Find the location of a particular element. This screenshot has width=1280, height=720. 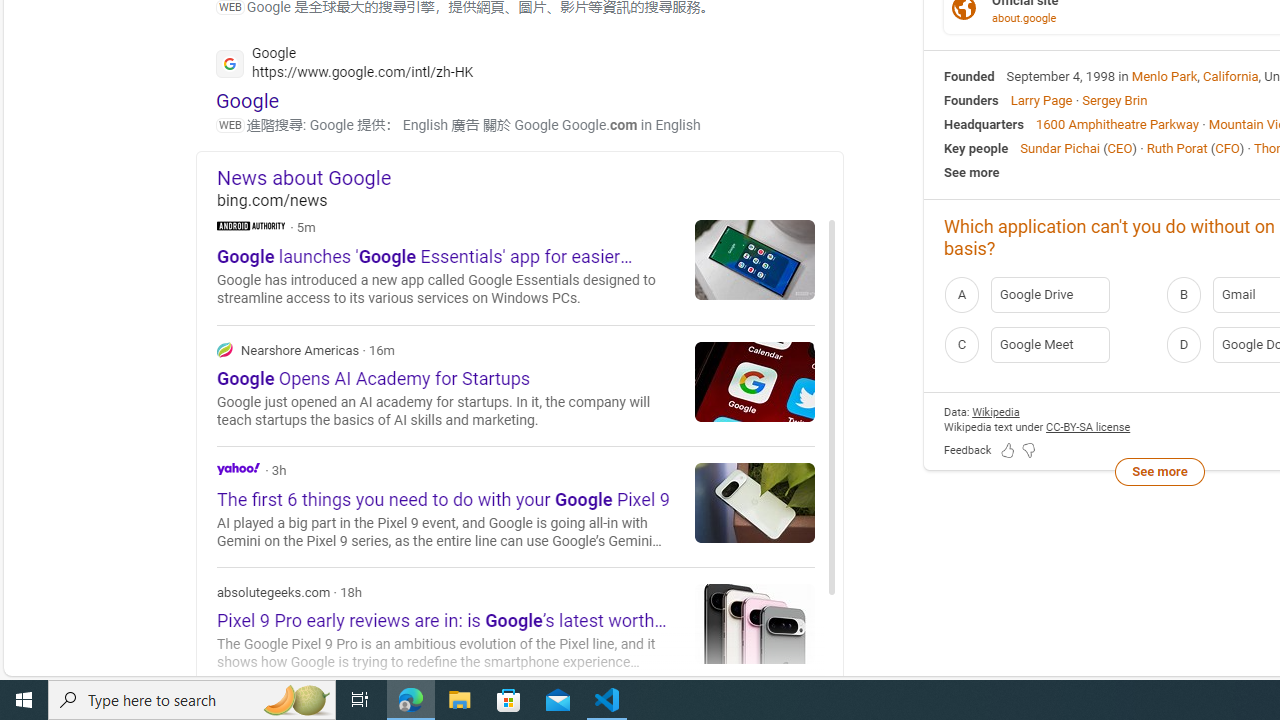

'Ruth Porat' is located at coordinates (1176, 146).